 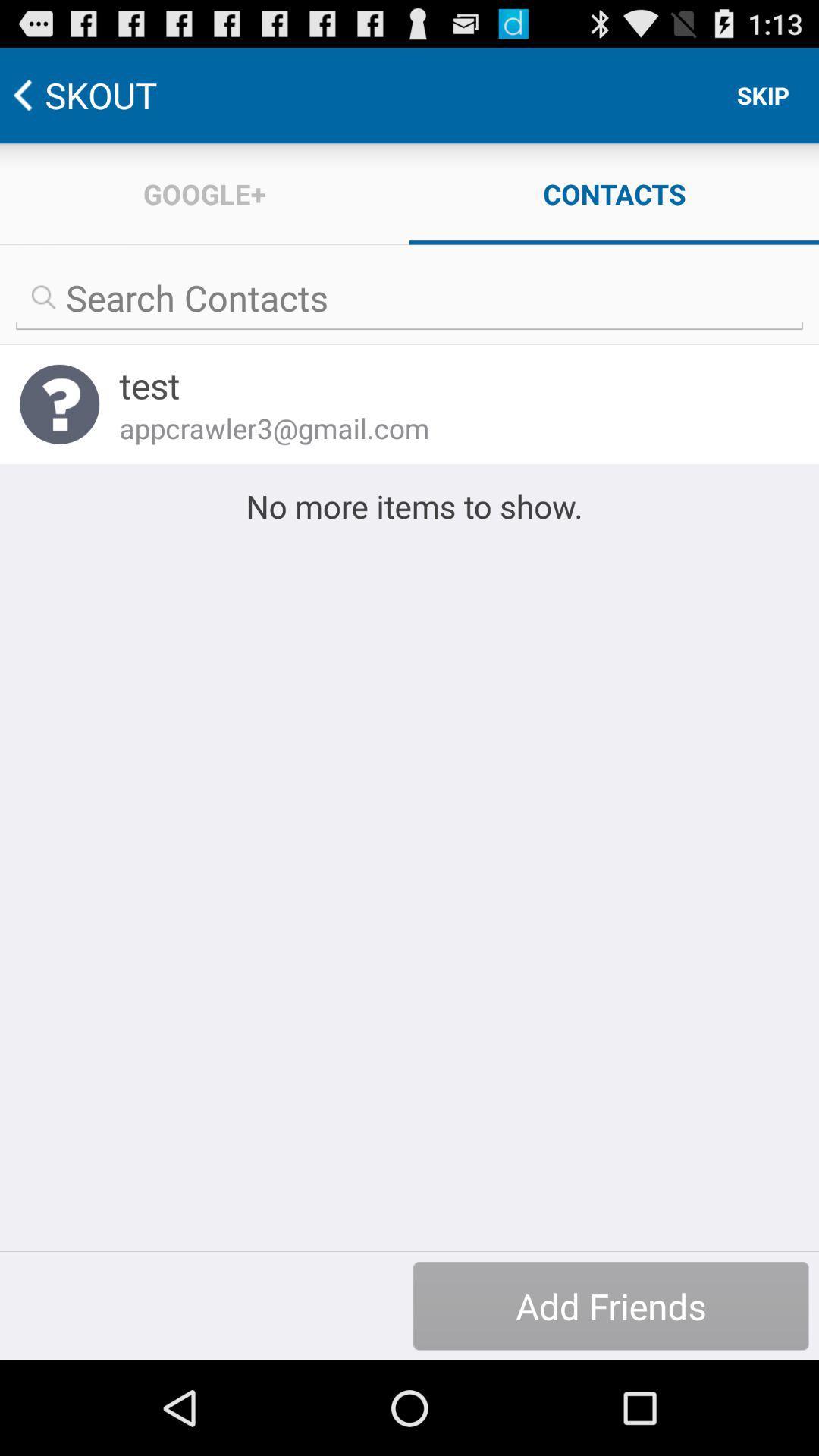 I want to click on appcrawler3@gmail.com item, so click(x=448, y=427).